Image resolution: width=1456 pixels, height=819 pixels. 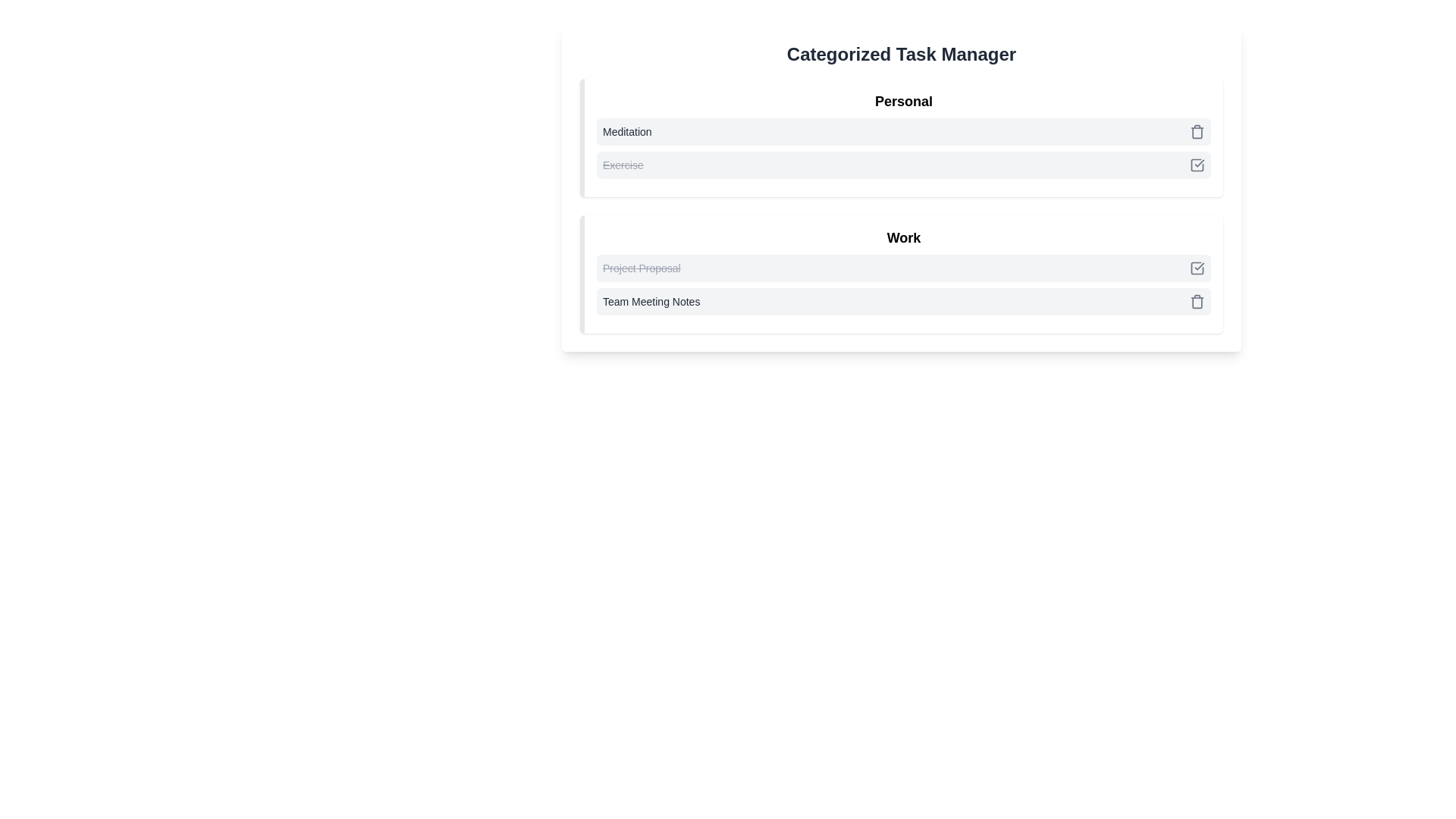 What do you see at coordinates (903, 165) in the screenshot?
I see `the 'Exercise' task entry in the 'Personal' section` at bounding box center [903, 165].